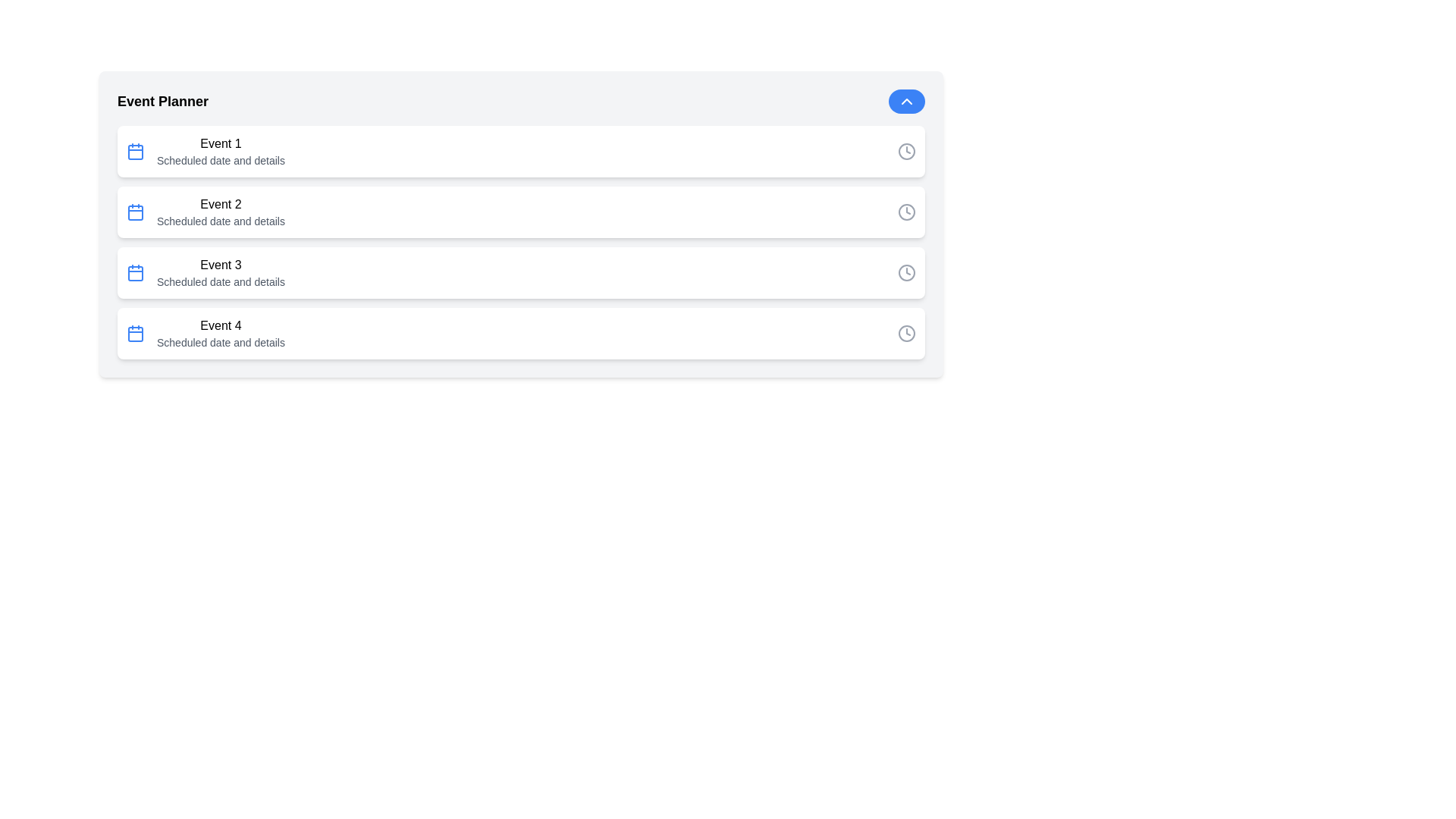 This screenshot has width=1456, height=819. What do you see at coordinates (220, 212) in the screenshot?
I see `text from the informative section about 'Event 2', which is located in the second card of a vertically stacked list of cards` at bounding box center [220, 212].